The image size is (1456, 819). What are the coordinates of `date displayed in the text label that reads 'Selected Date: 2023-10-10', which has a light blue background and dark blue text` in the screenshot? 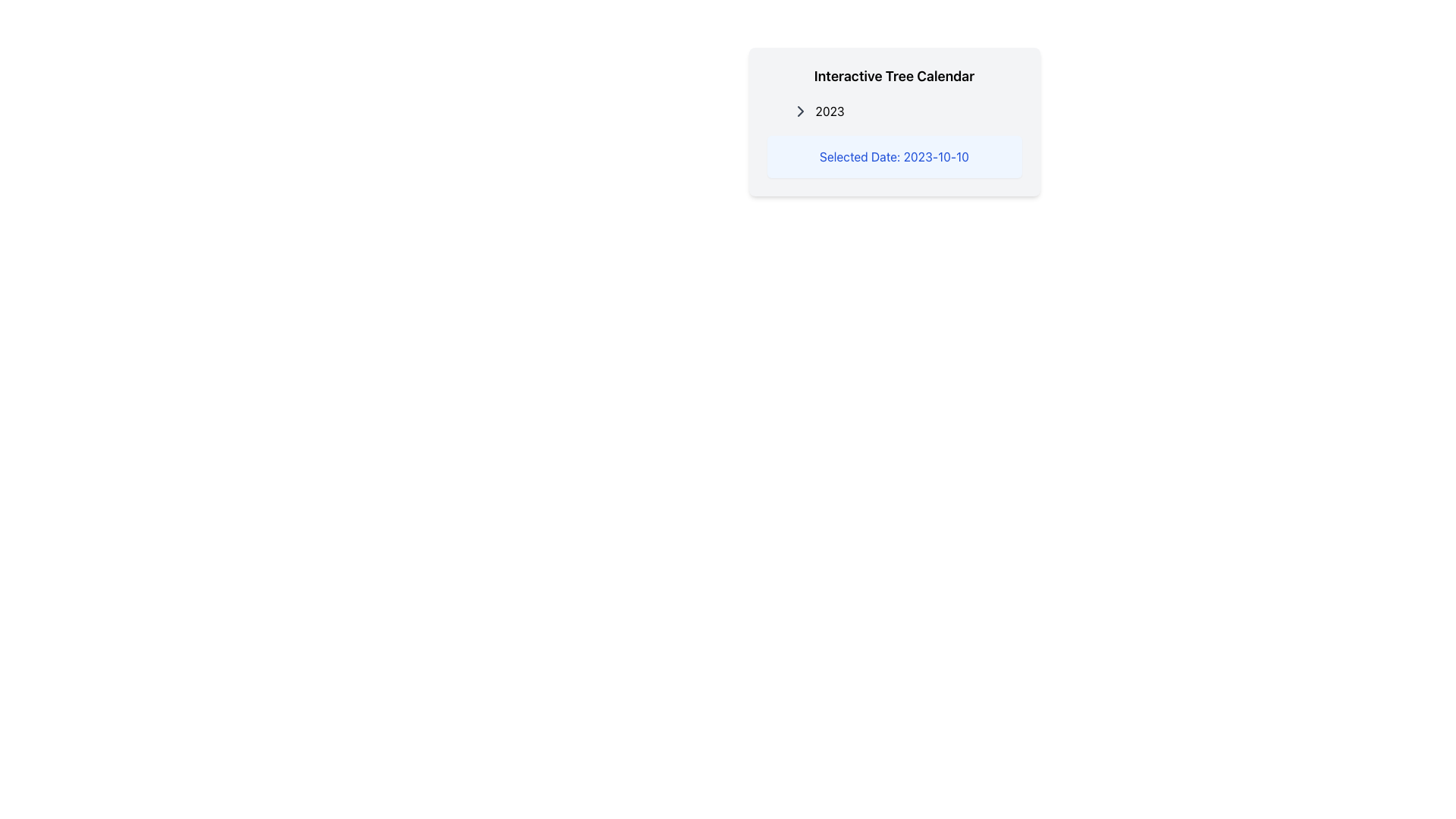 It's located at (894, 157).